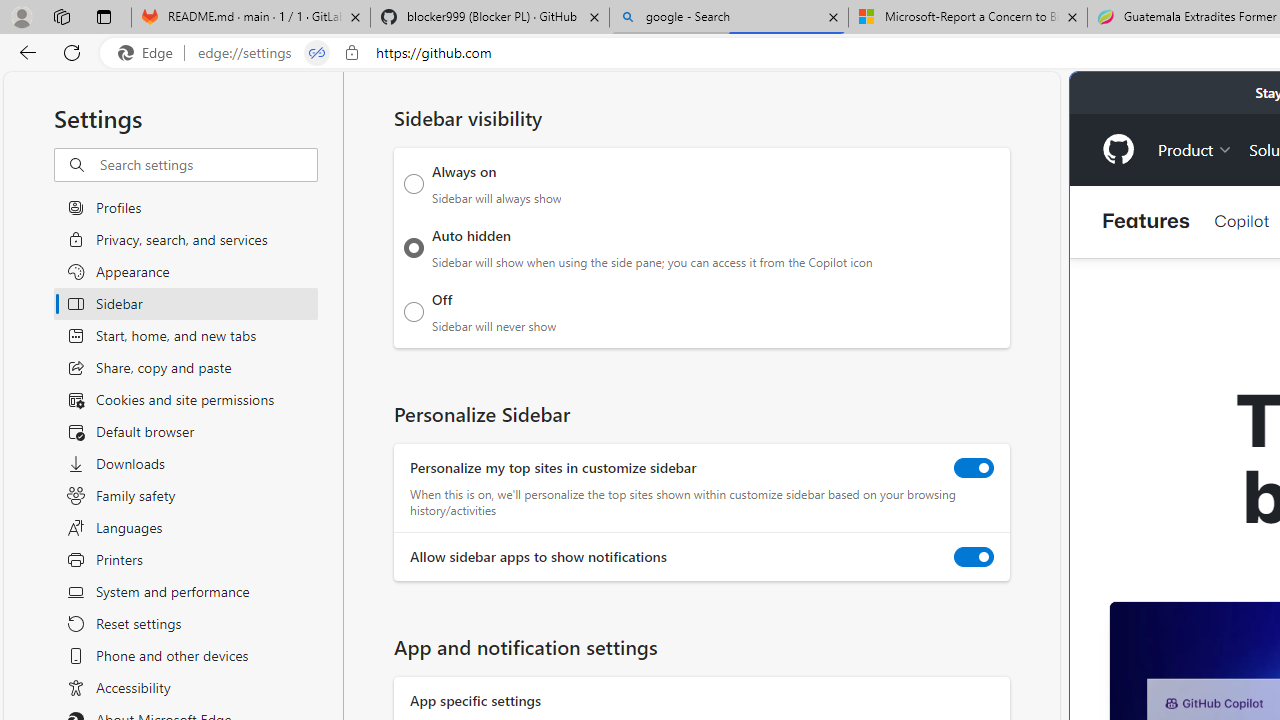 The width and height of the screenshot is (1280, 720). Describe the element at coordinates (974, 557) in the screenshot. I see `'Allow sidebar apps to show notifications'` at that location.